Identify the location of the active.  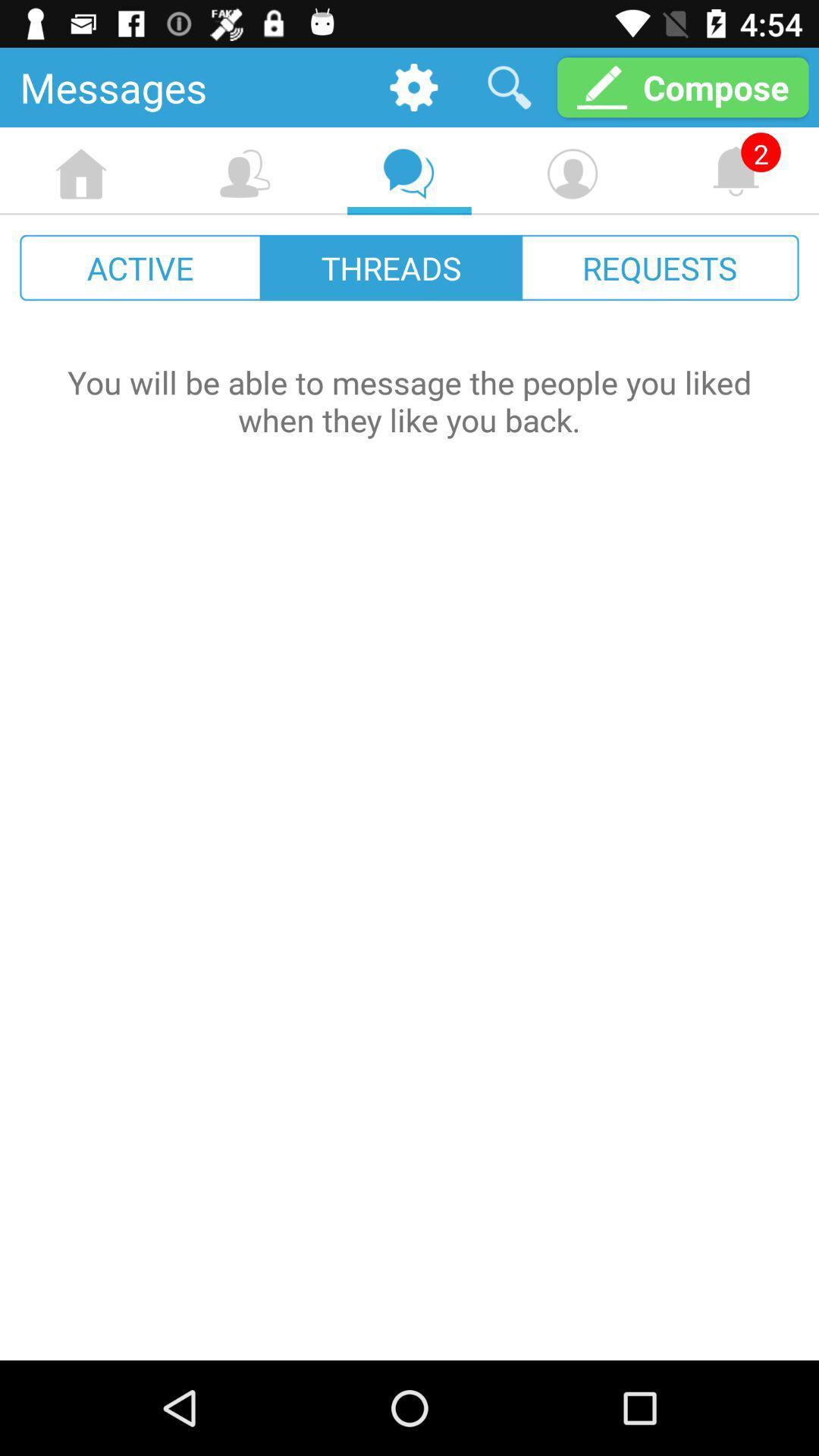
(140, 268).